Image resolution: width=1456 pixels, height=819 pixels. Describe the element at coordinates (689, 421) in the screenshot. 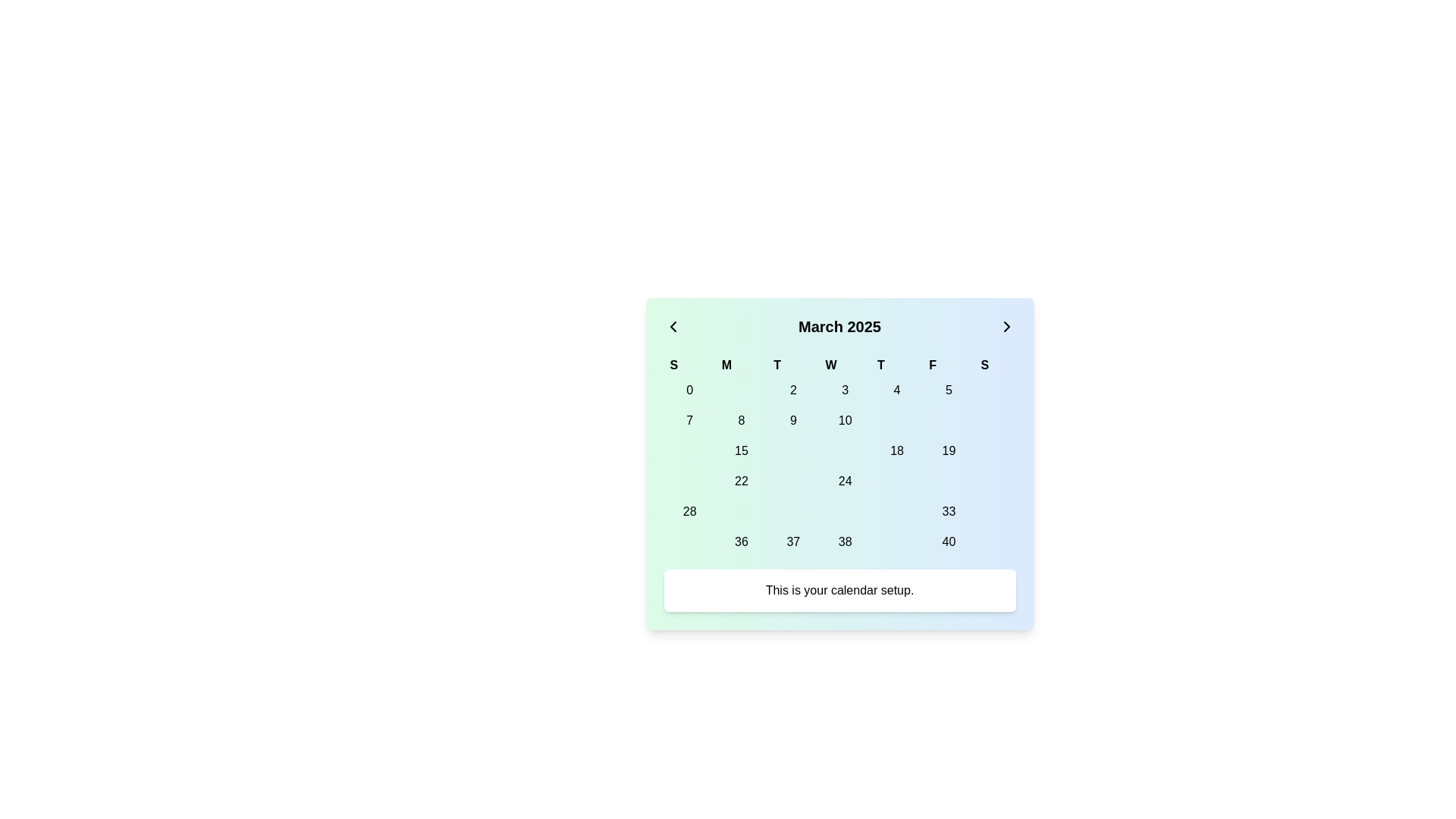

I see `the text label displaying the character '7' in bold black font, located in the light green square cell in the second row and first column of the calendar grid` at that location.